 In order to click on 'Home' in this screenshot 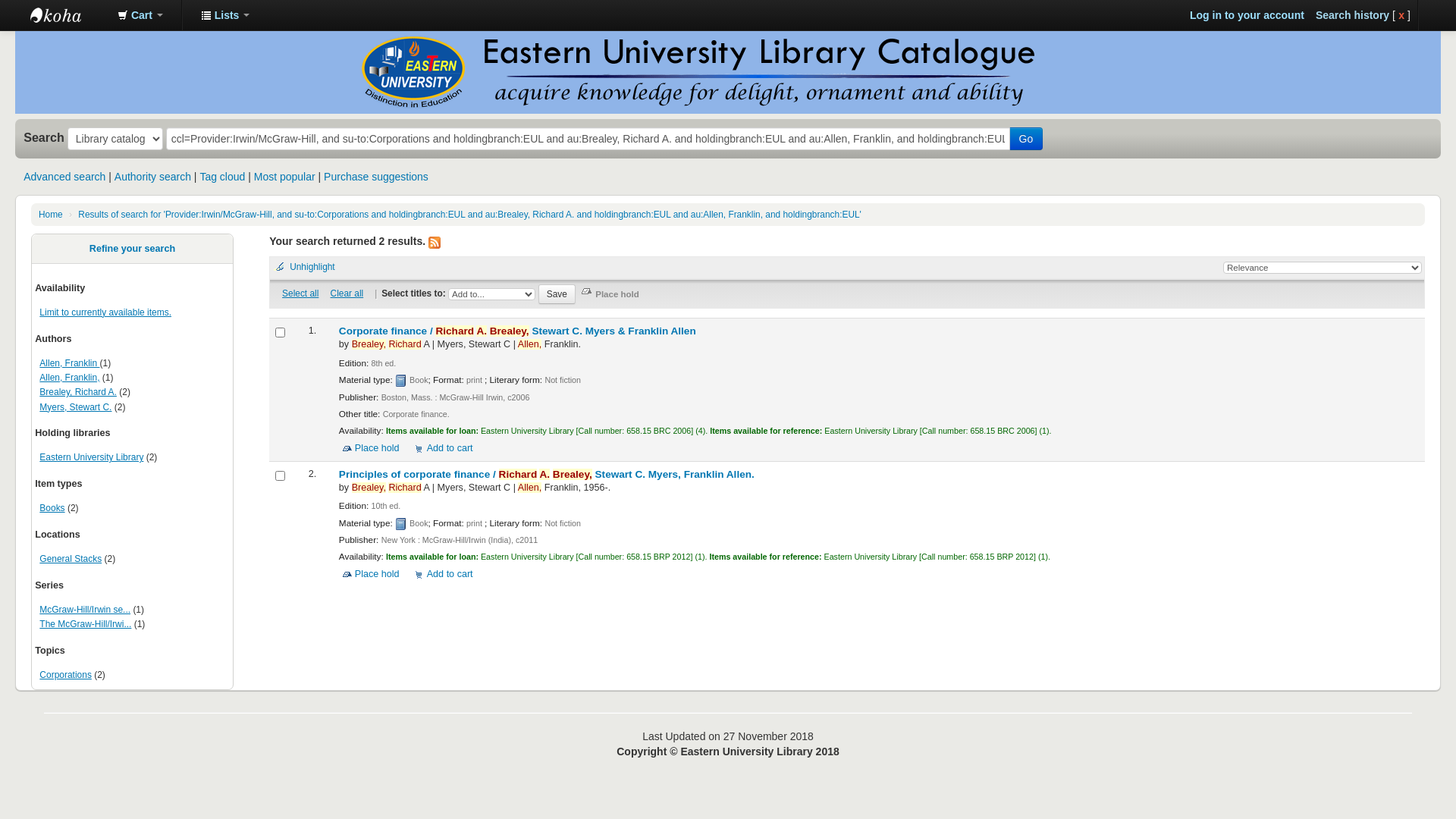, I will do `click(51, 214)`.